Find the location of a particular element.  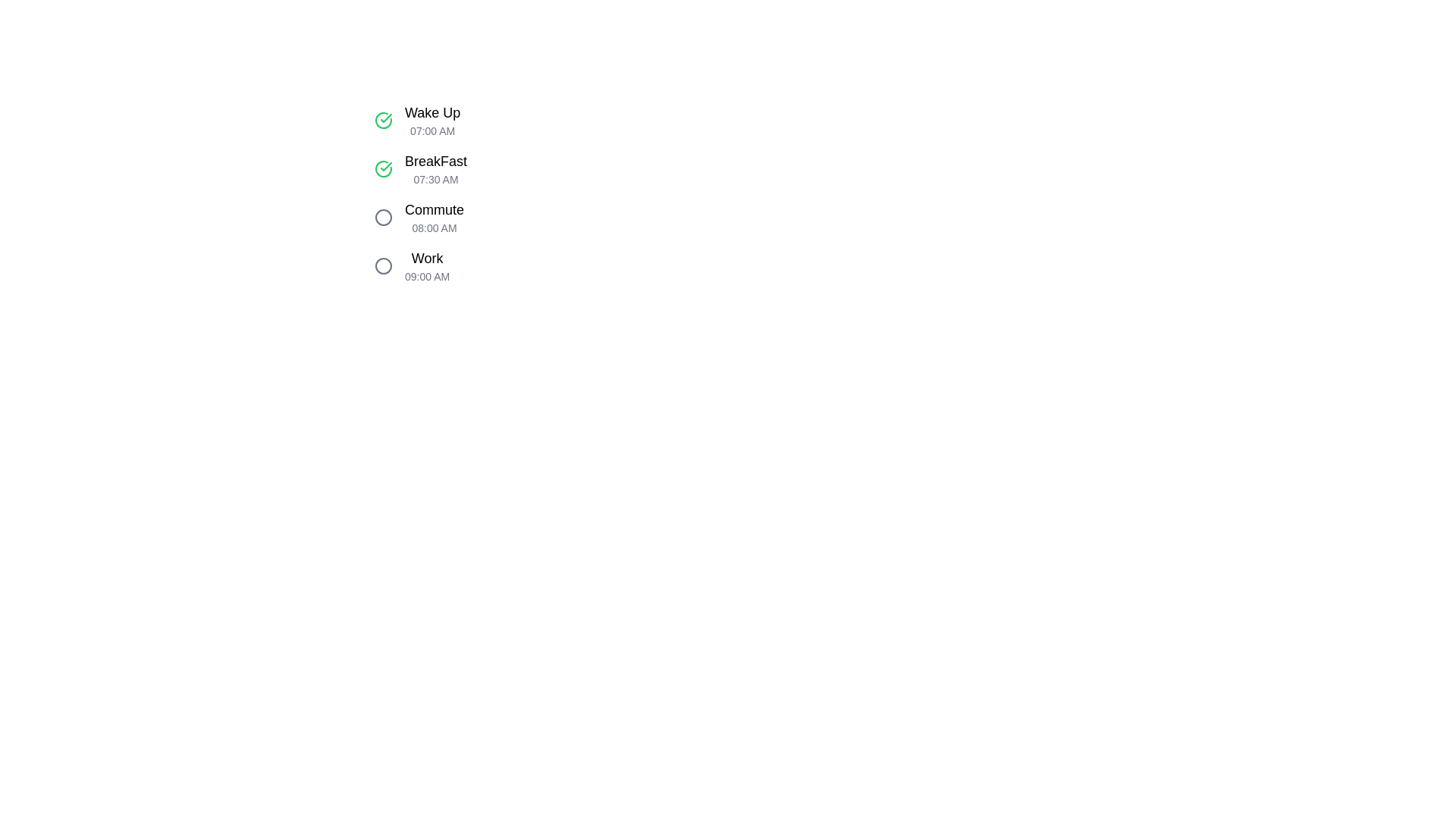

the green circular icon with a white tick mark located to the left of the text 'Wake Up' and '07:00 AM' to mark it as incomplete is located at coordinates (383, 119).